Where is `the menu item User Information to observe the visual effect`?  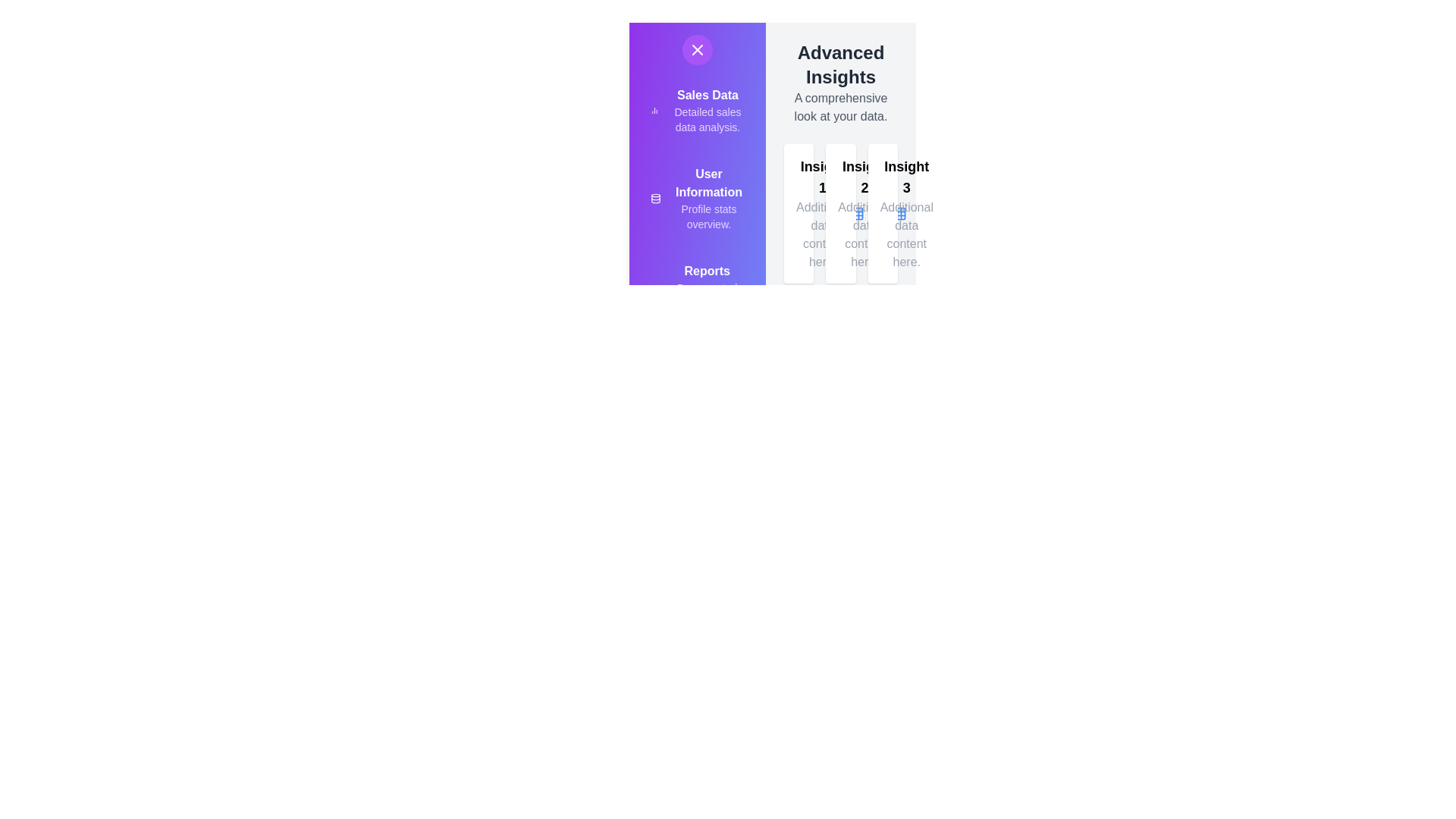 the menu item User Information to observe the visual effect is located at coordinates (644, 189).